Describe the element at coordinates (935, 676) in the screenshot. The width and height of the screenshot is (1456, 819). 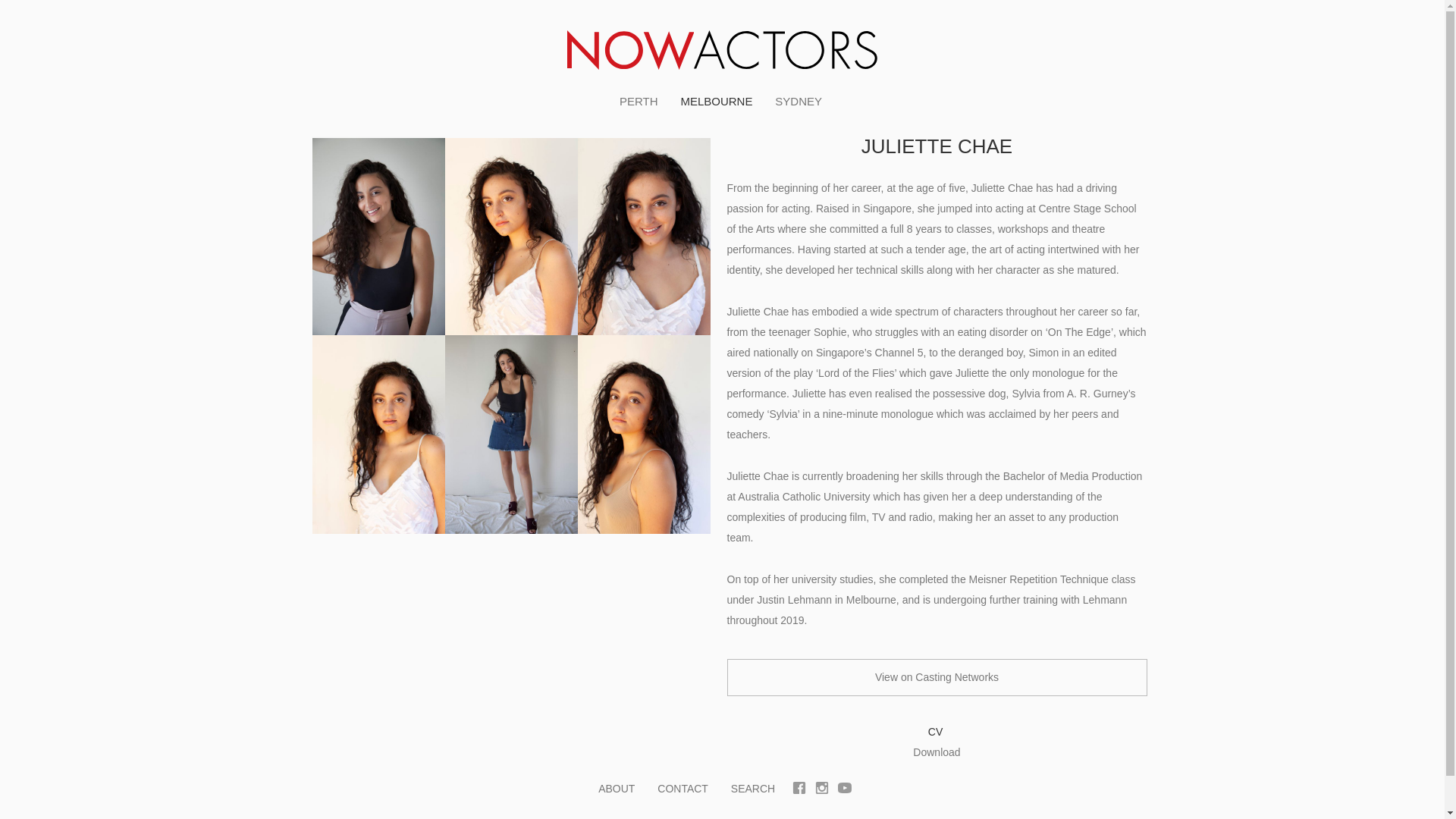
I see `'View on Casting Networks'` at that location.